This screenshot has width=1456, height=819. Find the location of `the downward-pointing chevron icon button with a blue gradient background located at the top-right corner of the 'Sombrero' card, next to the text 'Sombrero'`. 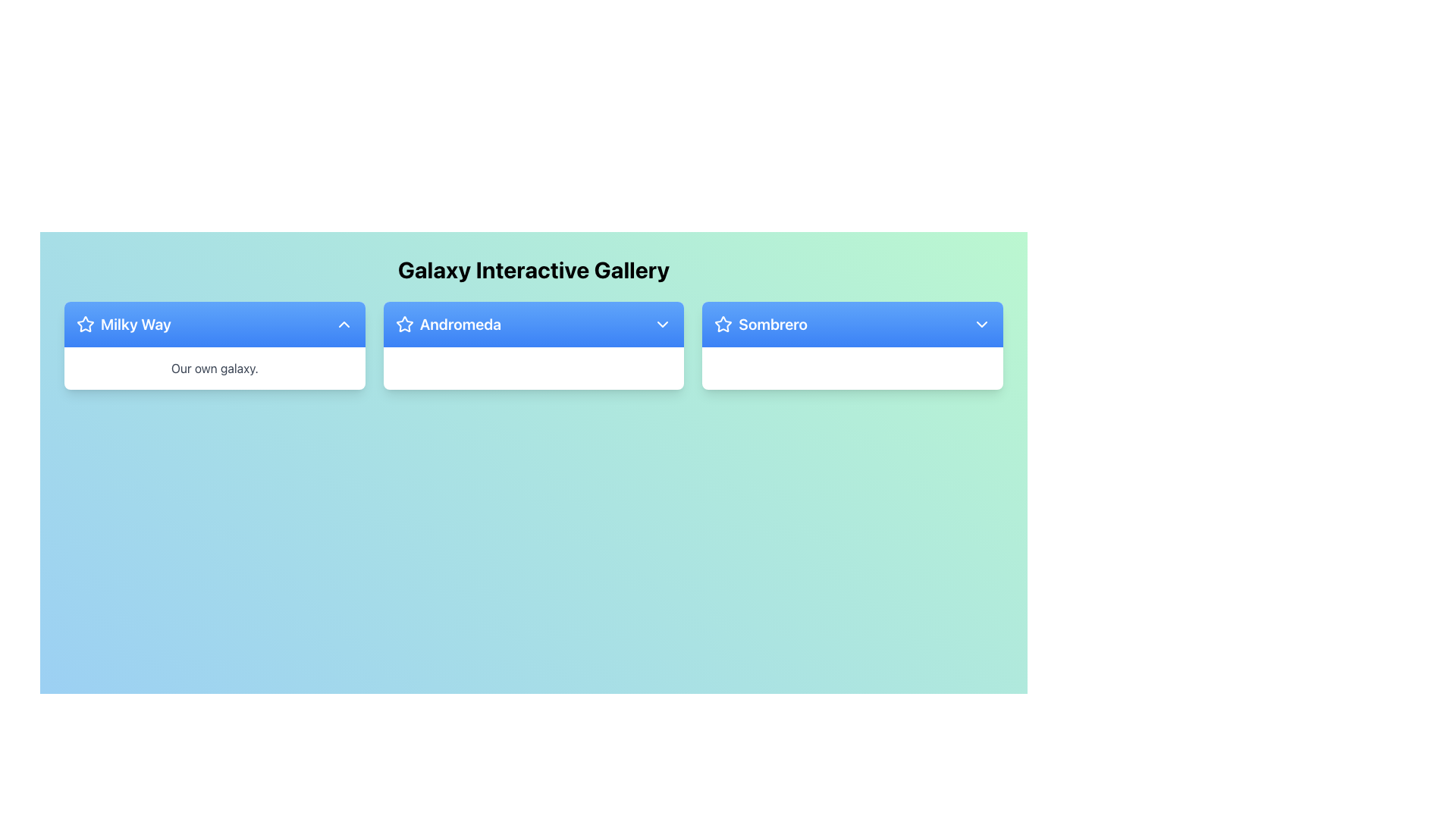

the downward-pointing chevron icon button with a blue gradient background located at the top-right corner of the 'Sombrero' card, next to the text 'Sombrero' is located at coordinates (982, 324).